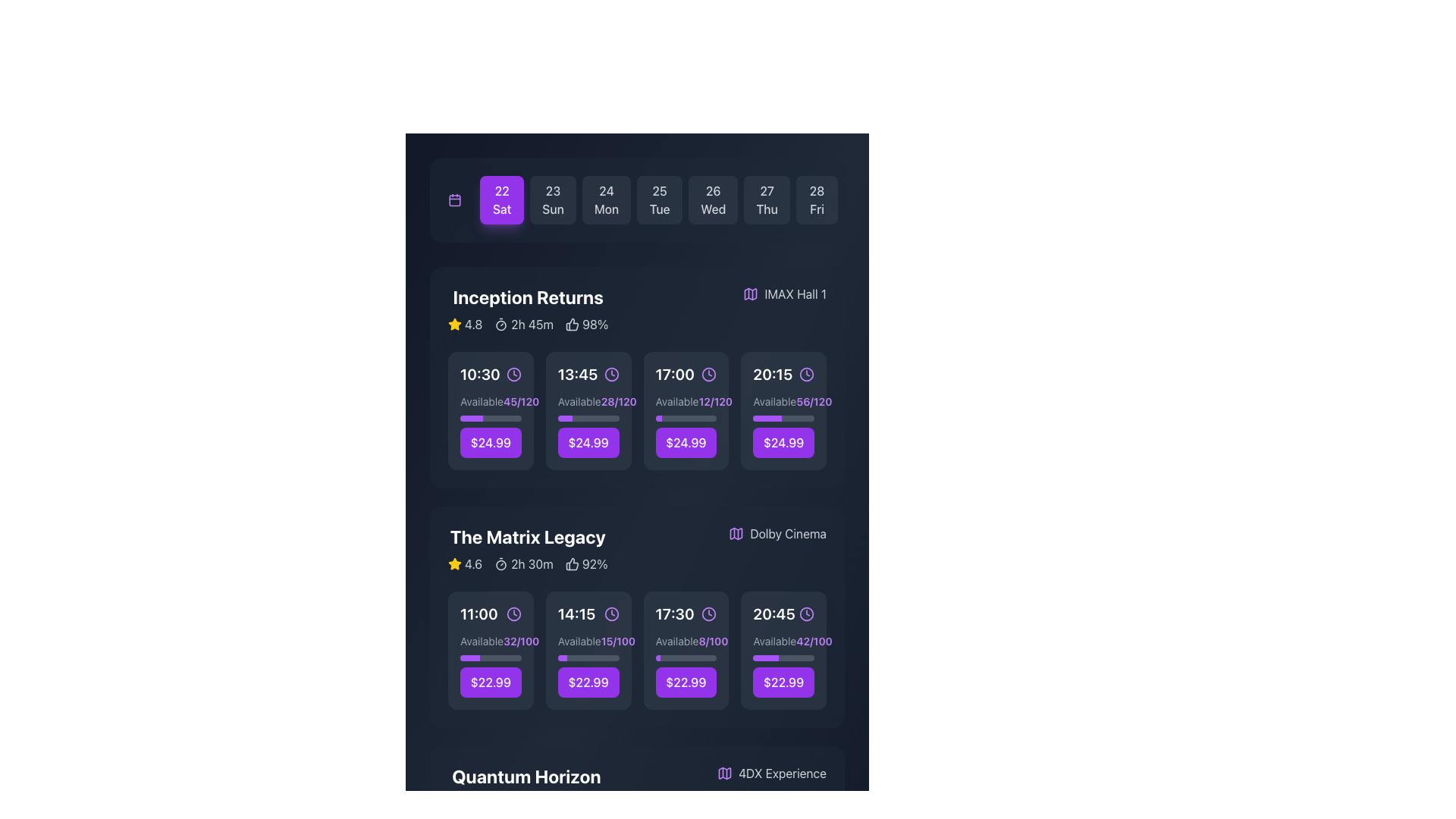 The height and width of the screenshot is (819, 1456). What do you see at coordinates (576, 614) in the screenshot?
I see `the text label displaying the movie screening time '14:15', which is the second time slot for 'The Matrix Legacy', positioned between '11:00' and '17:30'` at bounding box center [576, 614].